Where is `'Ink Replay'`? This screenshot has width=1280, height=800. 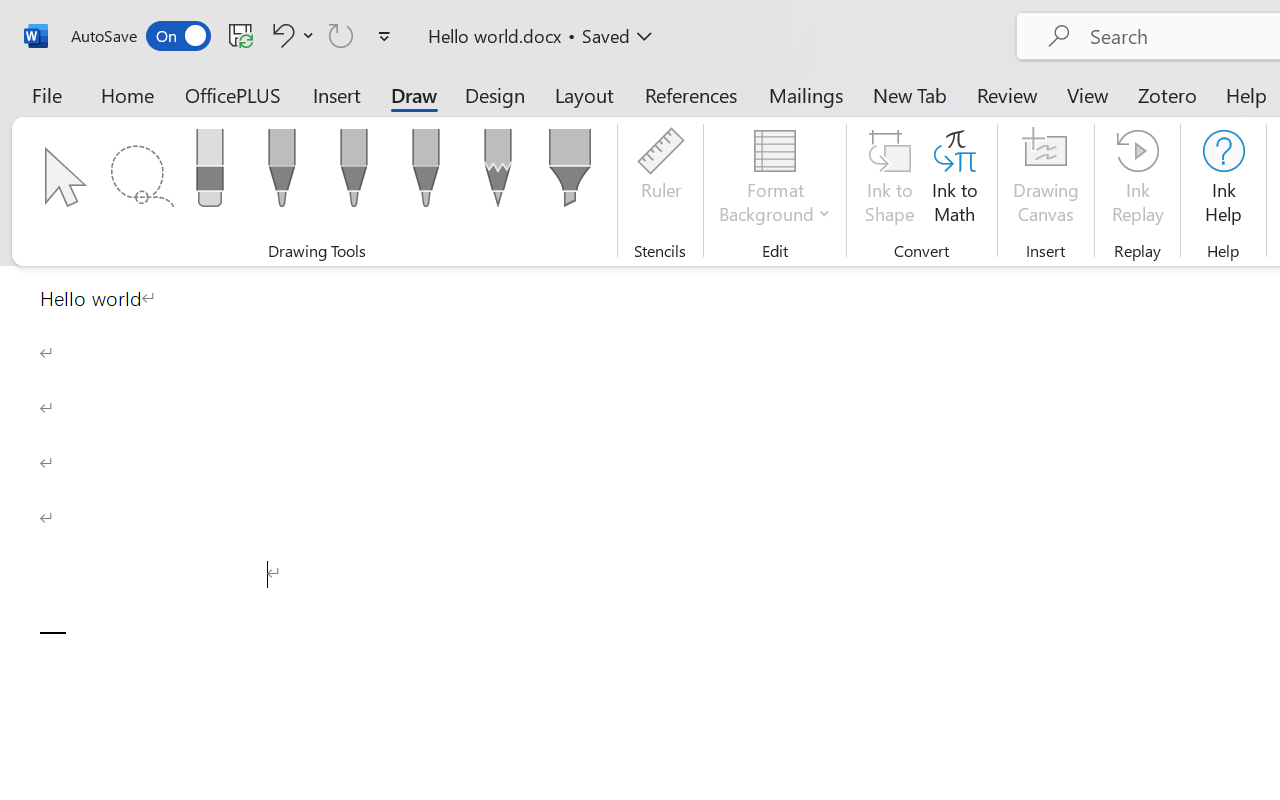
'Ink Replay' is located at coordinates (1137, 179).